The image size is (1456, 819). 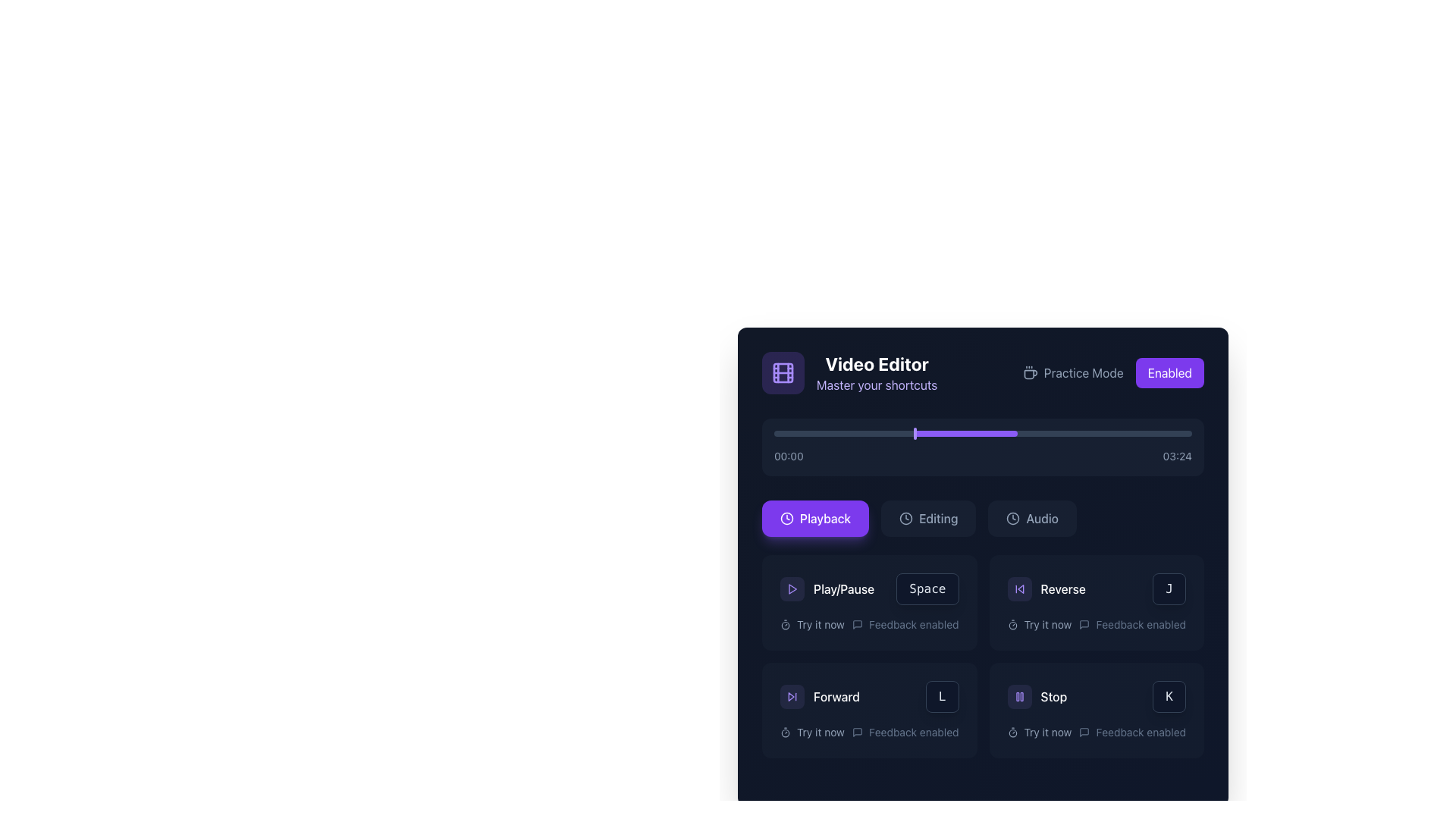 What do you see at coordinates (877, 373) in the screenshot?
I see `the Text block styled as a title and subtitle combination, which includes 'Video Editor' and 'Master your shortcuts', located in the top-left section of the interface panel` at bounding box center [877, 373].